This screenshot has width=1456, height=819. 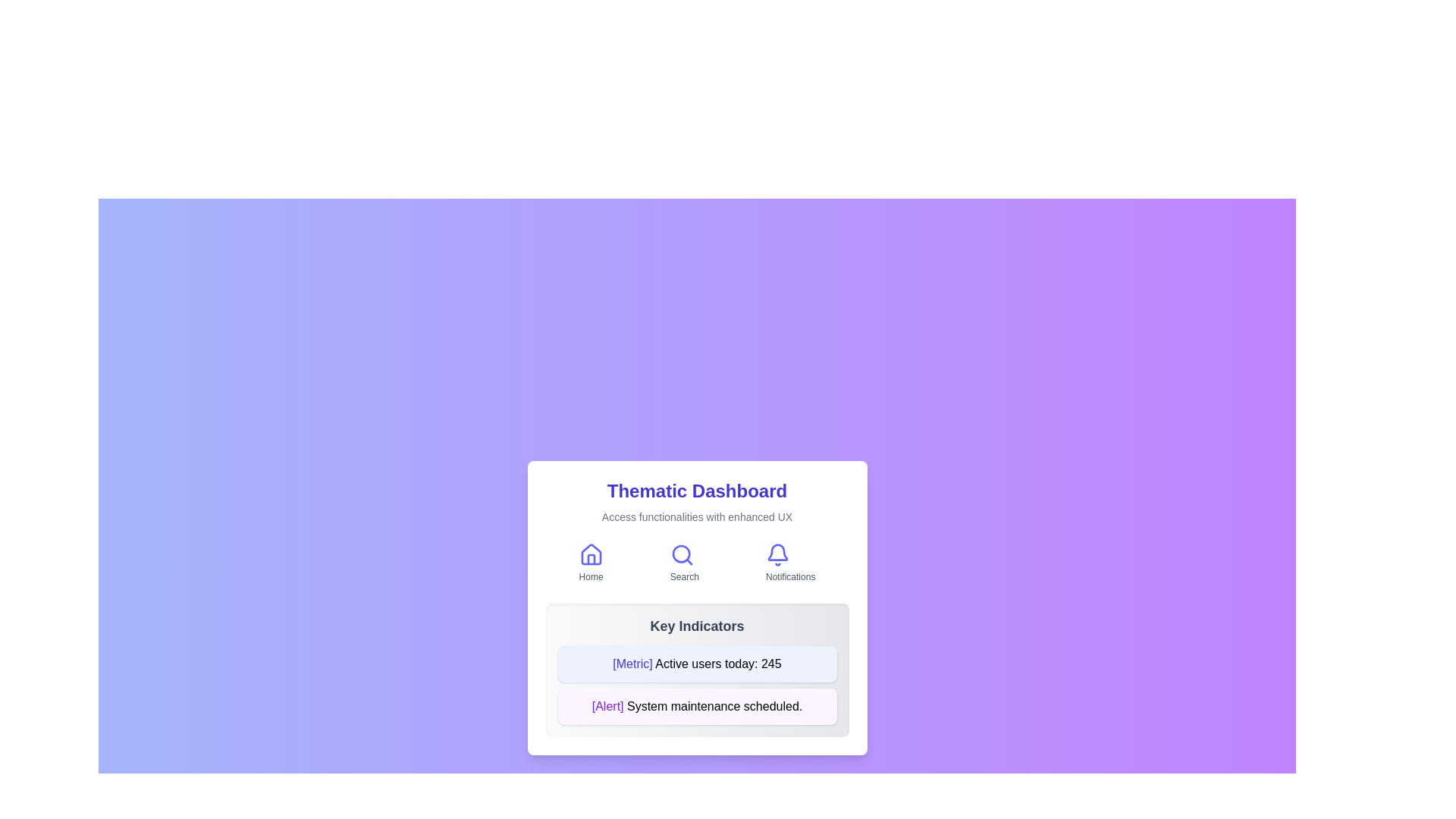 What do you see at coordinates (590, 555) in the screenshot?
I see `the house-shaped icon with a purple outline in the top-left corner of the navigation section` at bounding box center [590, 555].